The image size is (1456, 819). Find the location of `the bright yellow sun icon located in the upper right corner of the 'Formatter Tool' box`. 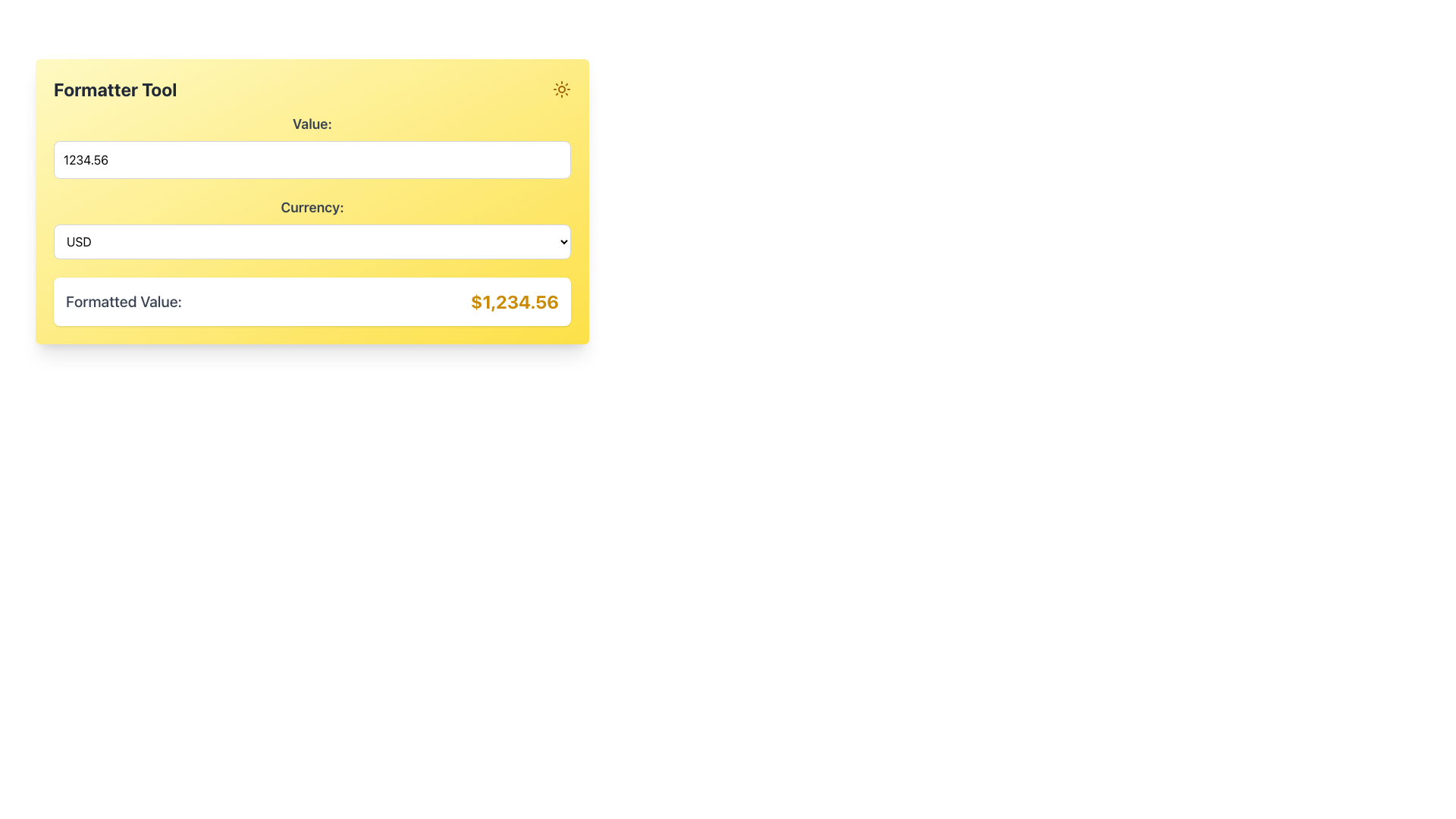

the bright yellow sun icon located in the upper right corner of the 'Formatter Tool' box is located at coordinates (560, 89).